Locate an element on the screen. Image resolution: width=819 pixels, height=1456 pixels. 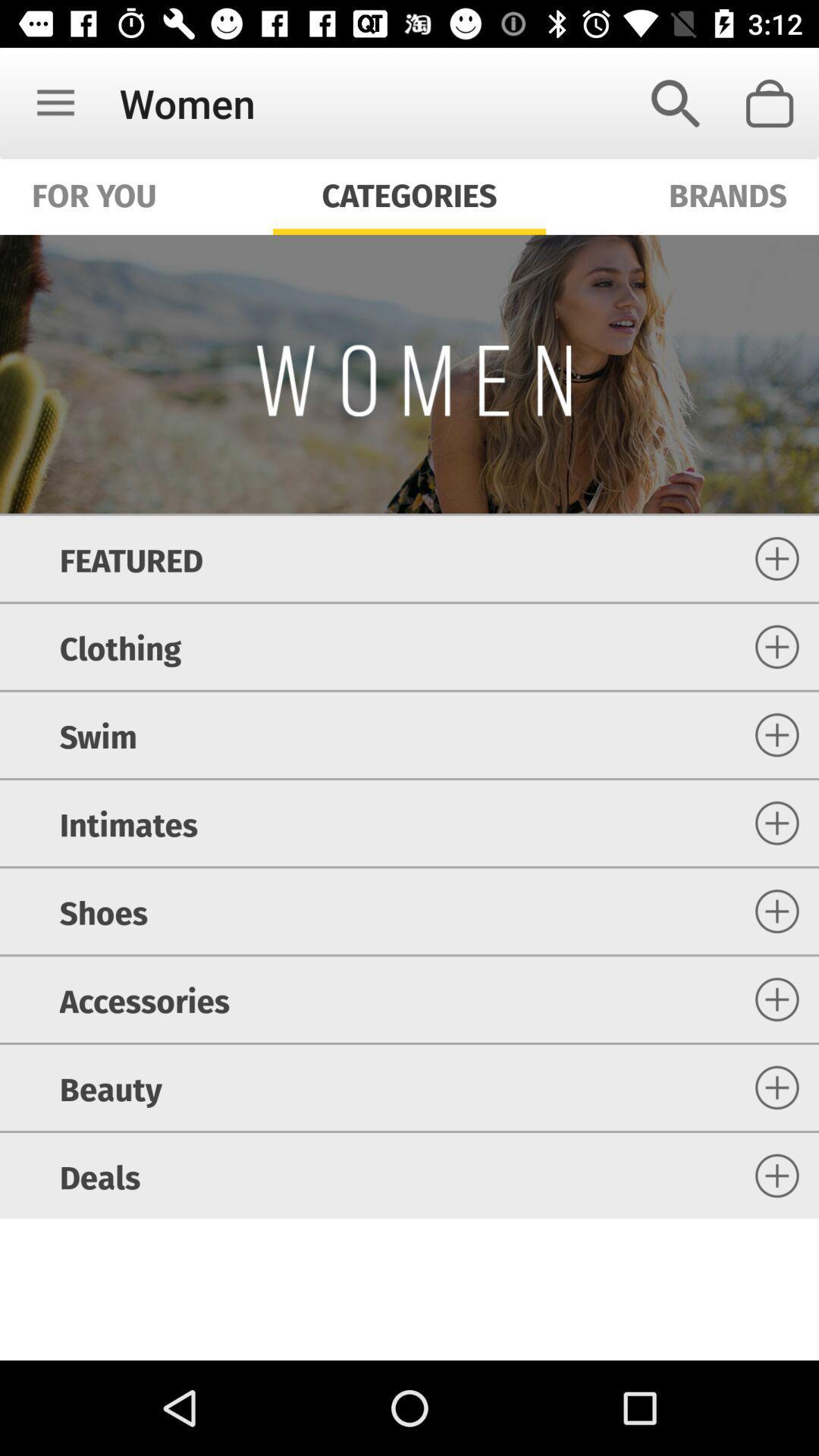
icon above shoes icon is located at coordinates (127, 822).